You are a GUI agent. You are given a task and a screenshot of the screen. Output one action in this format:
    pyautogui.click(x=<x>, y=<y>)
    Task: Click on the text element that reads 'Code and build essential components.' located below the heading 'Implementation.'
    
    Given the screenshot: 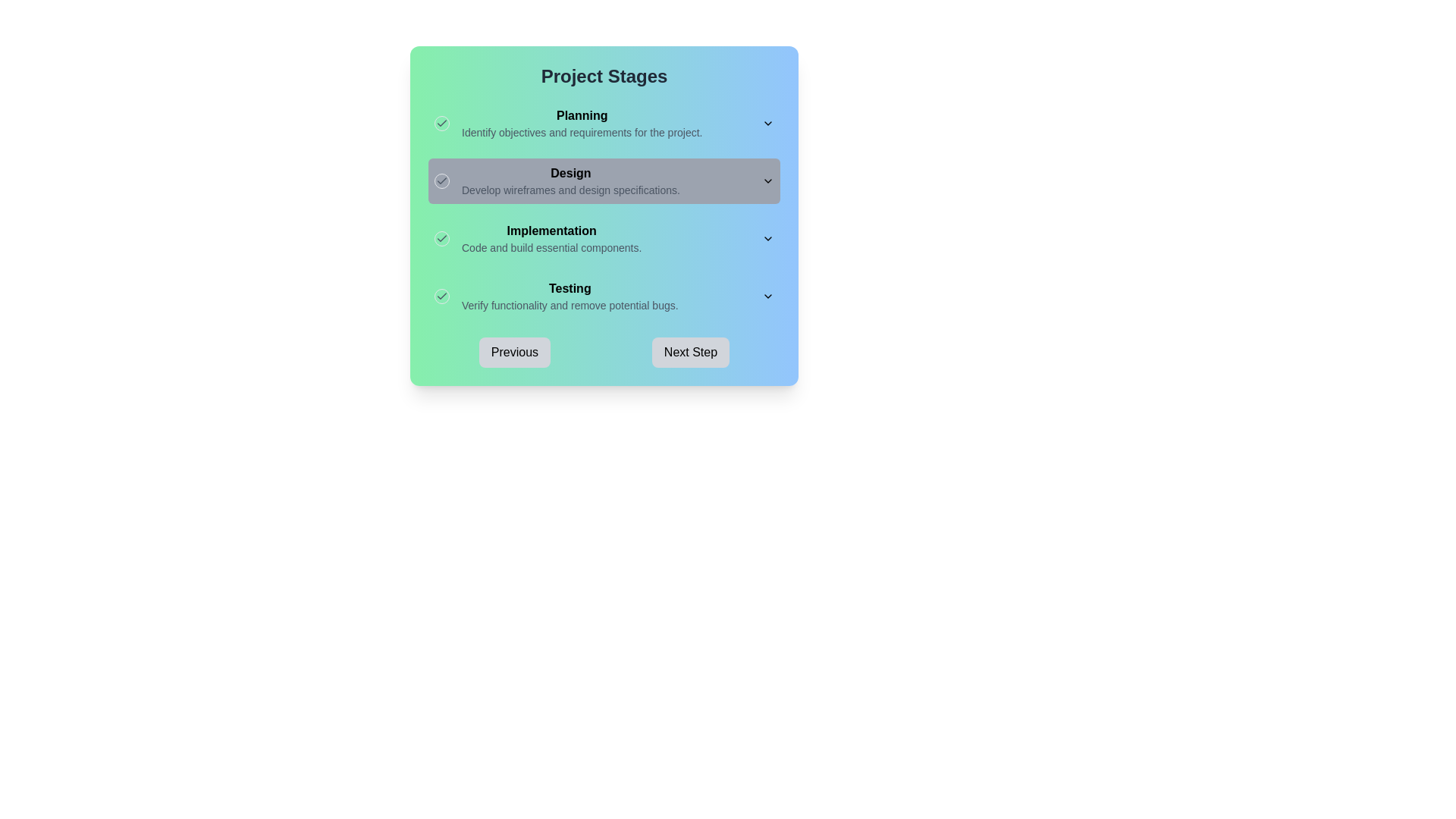 What is the action you would take?
    pyautogui.click(x=551, y=247)
    